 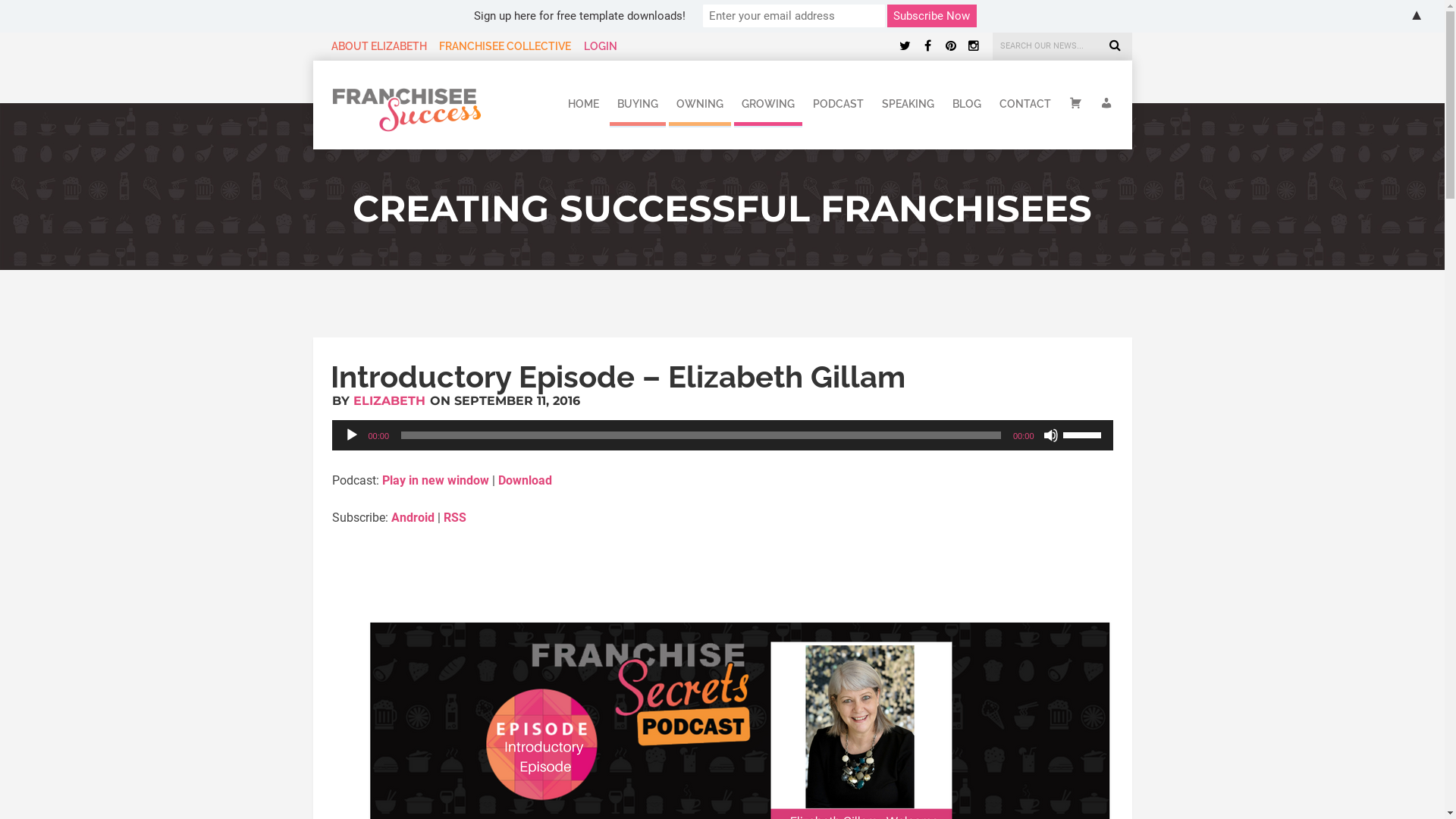 I want to click on 'OWNING', so click(x=698, y=100).